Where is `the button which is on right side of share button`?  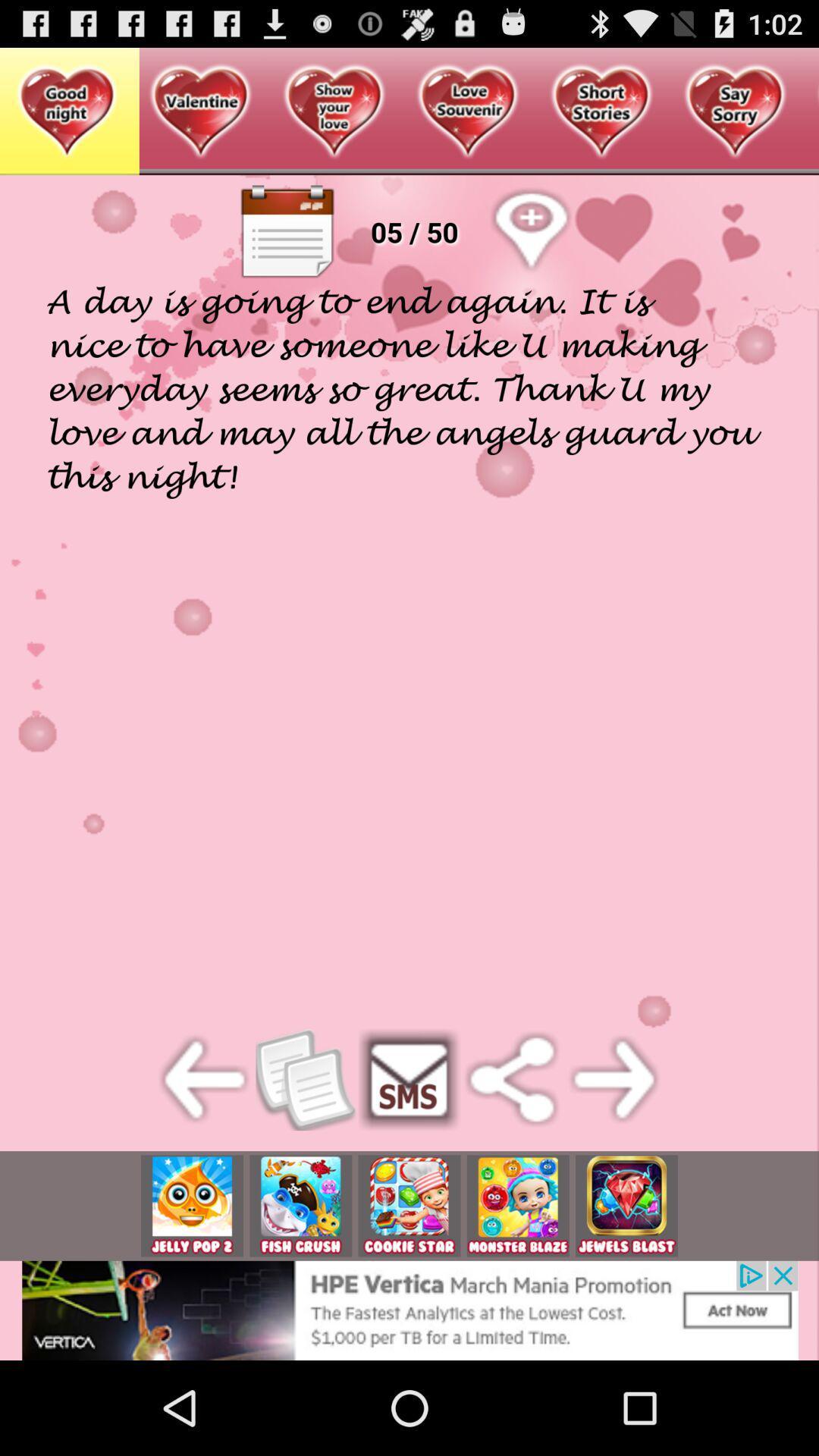
the button which is on right side of share button is located at coordinates (614, 1079).